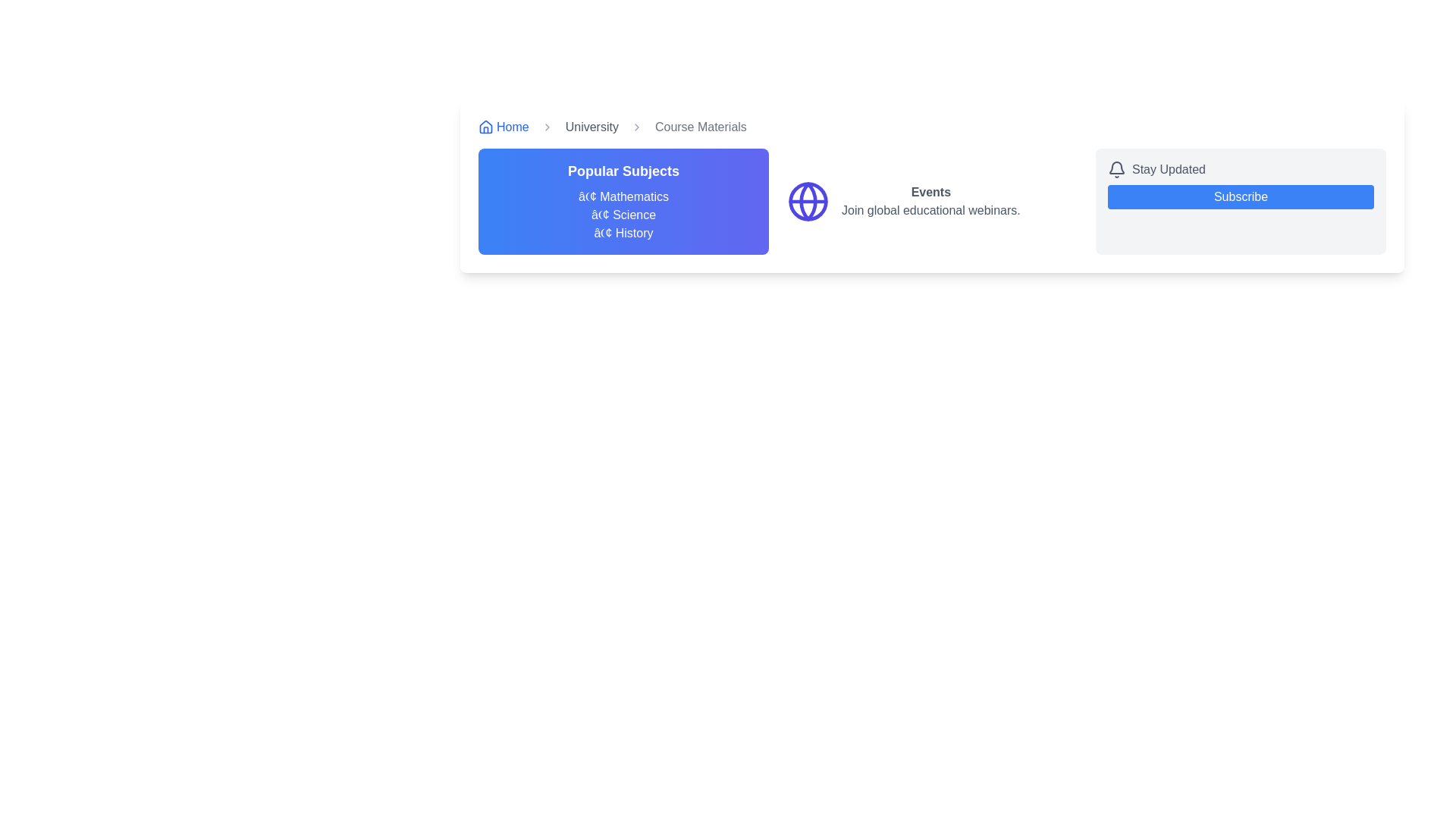 The image size is (1456, 819). What do you see at coordinates (930, 210) in the screenshot?
I see `the text label providing descriptive information for the 'Events' section, which is located below the bolded word 'Events' and to the right of a globe icon` at bounding box center [930, 210].